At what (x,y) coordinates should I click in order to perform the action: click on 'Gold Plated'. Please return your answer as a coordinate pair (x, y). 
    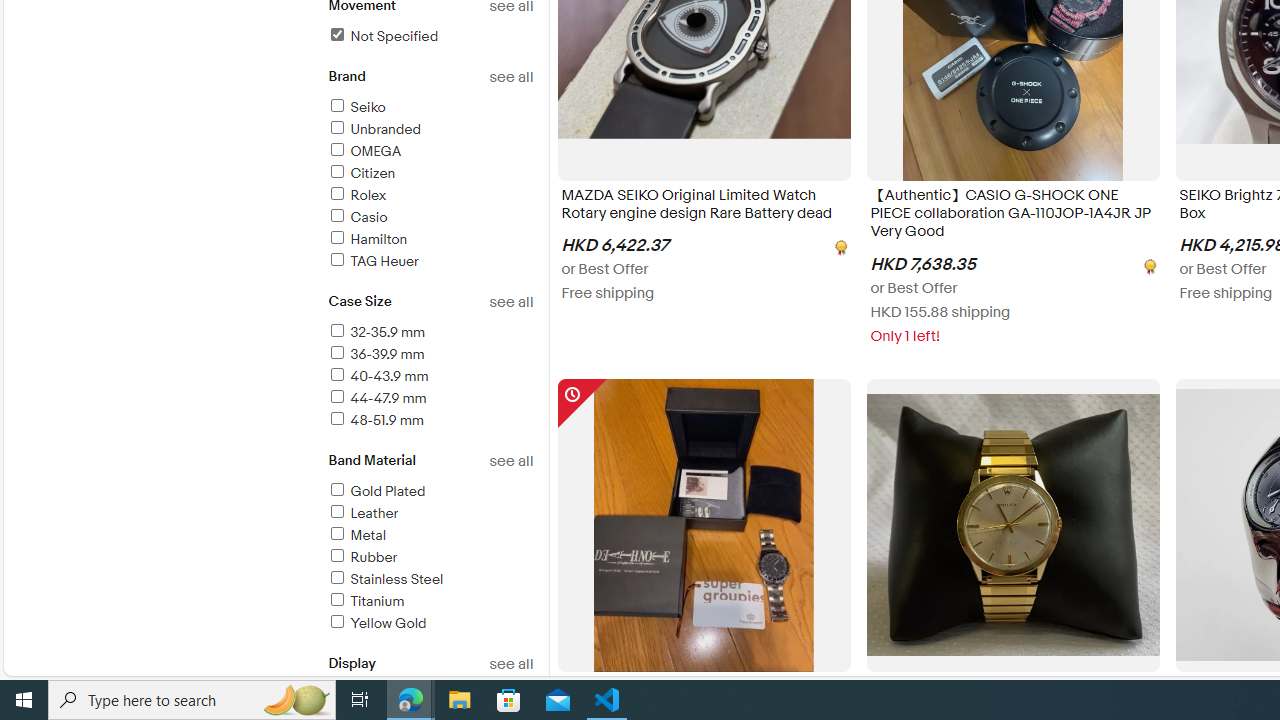
    Looking at the image, I should click on (376, 491).